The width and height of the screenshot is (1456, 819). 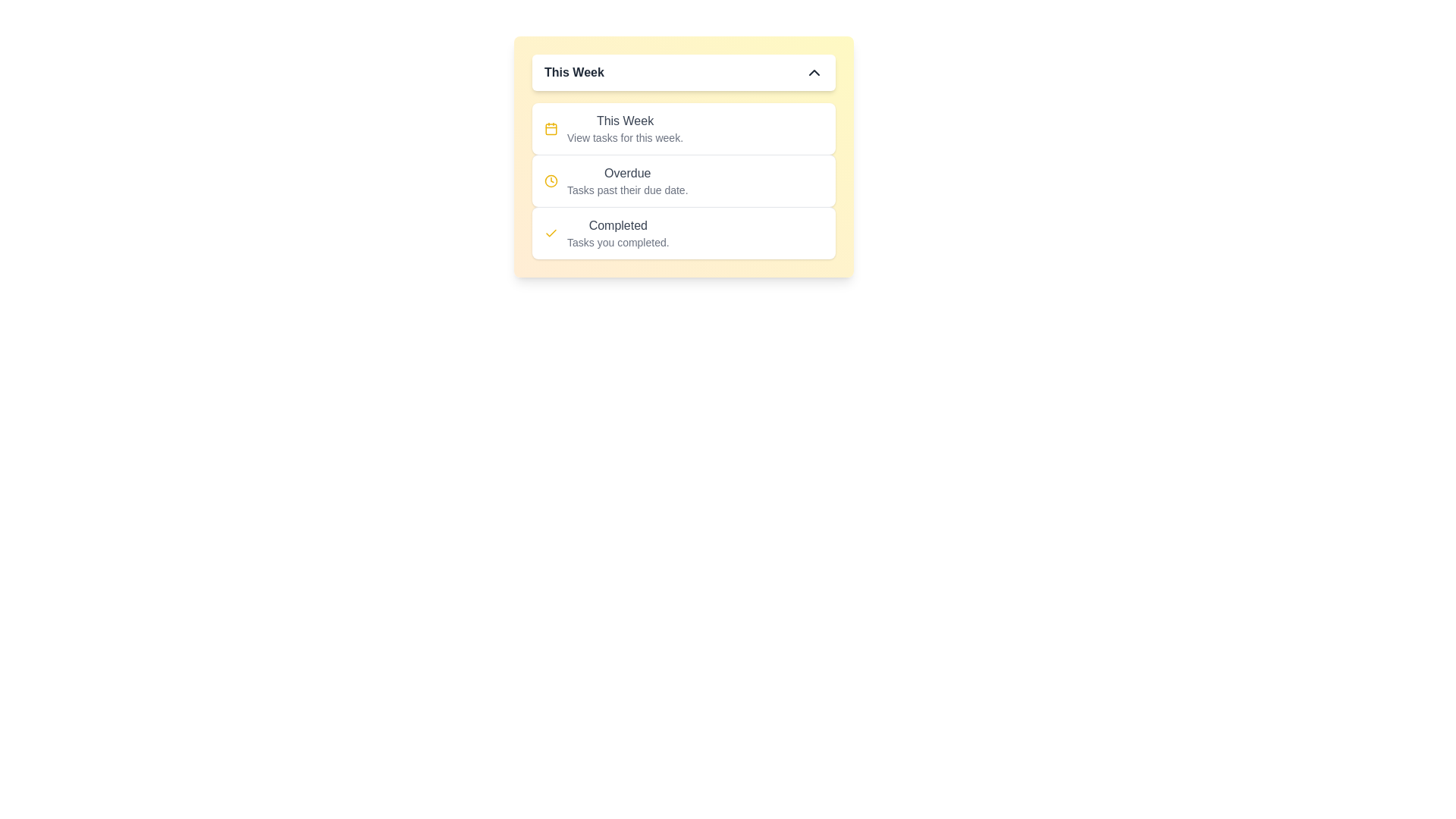 What do you see at coordinates (625, 120) in the screenshot?
I see `the task category This Week to view its description` at bounding box center [625, 120].